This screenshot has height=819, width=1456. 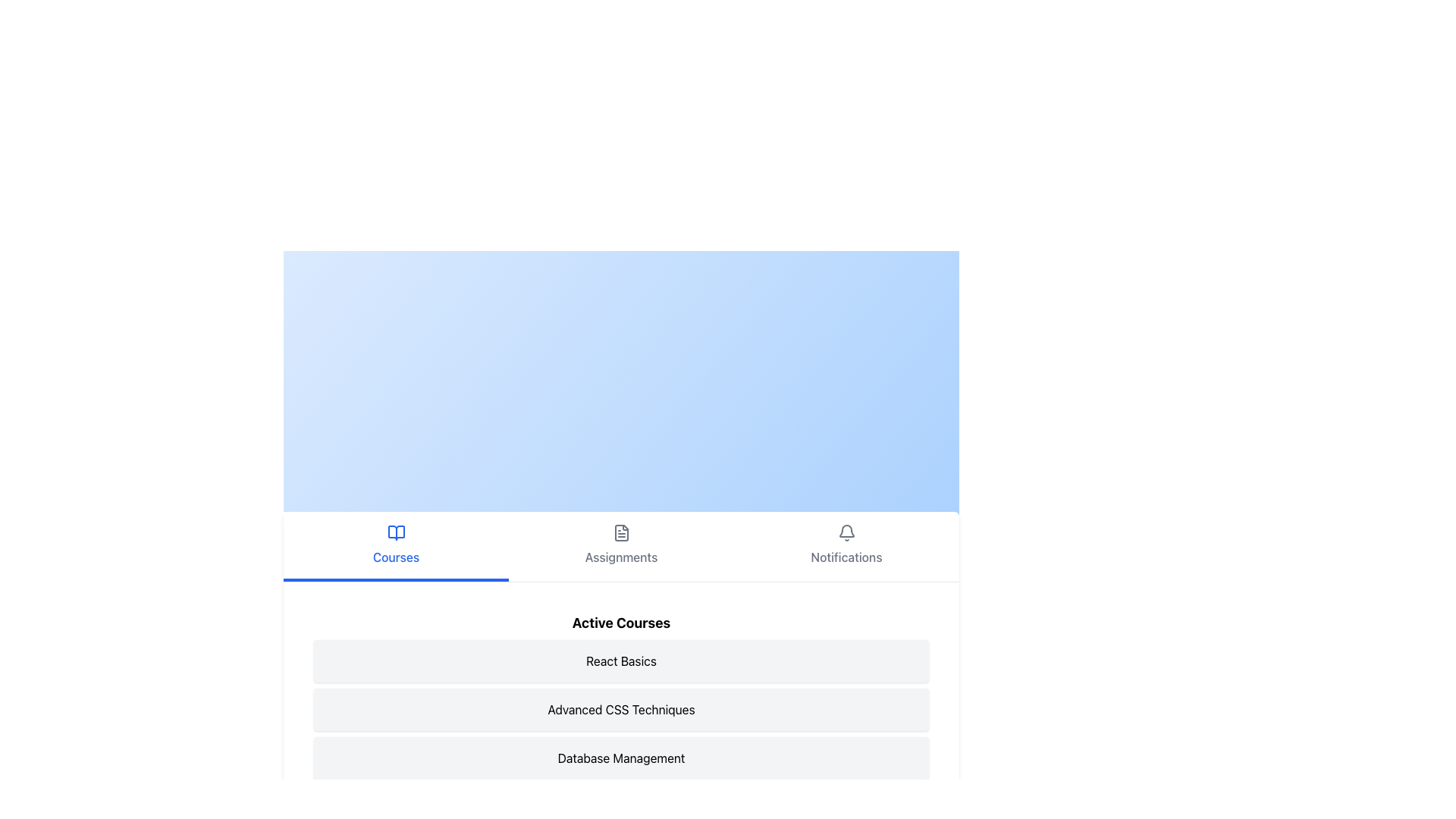 I want to click on the 'Courses' navigation icon located in the bottom navigation bar of the application, so click(x=396, y=532).